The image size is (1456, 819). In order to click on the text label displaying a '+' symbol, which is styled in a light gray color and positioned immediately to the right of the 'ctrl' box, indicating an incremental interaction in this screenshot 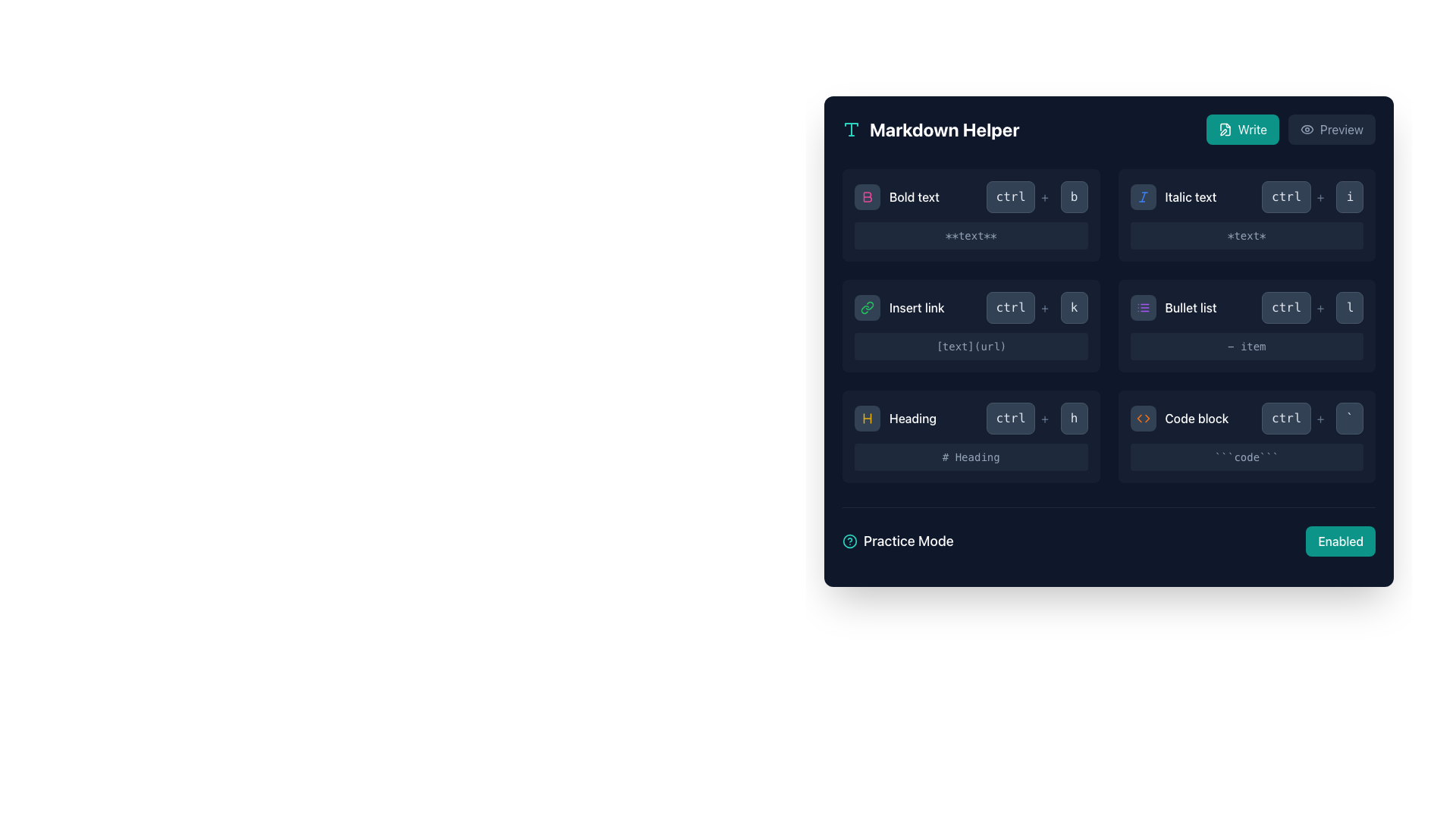, I will do `click(1319, 418)`.